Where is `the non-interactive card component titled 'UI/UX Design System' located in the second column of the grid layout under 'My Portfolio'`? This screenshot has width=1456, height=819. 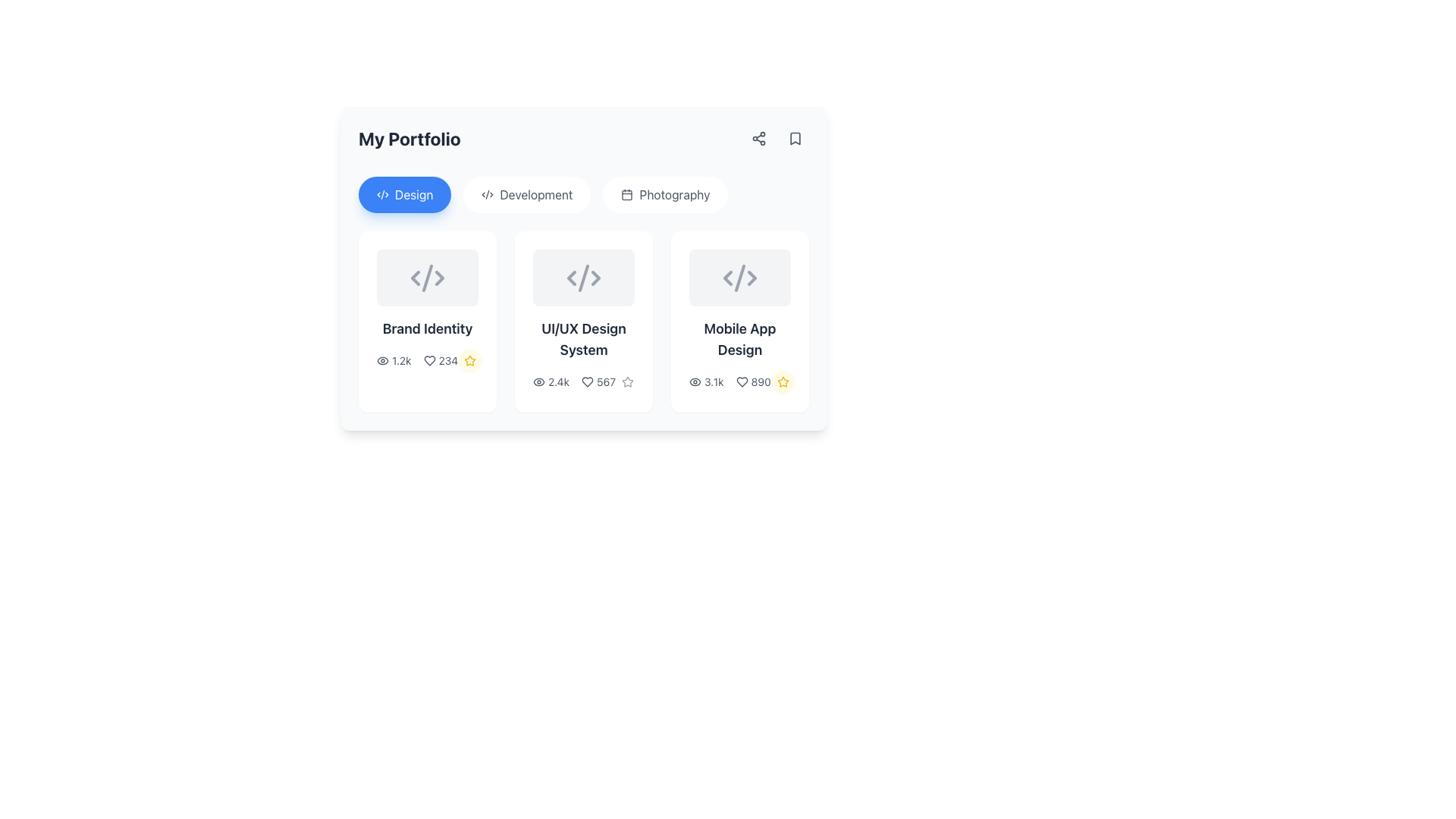 the non-interactive card component titled 'UI/UX Design System' located in the second column of the grid layout under 'My Portfolio' is located at coordinates (582, 321).